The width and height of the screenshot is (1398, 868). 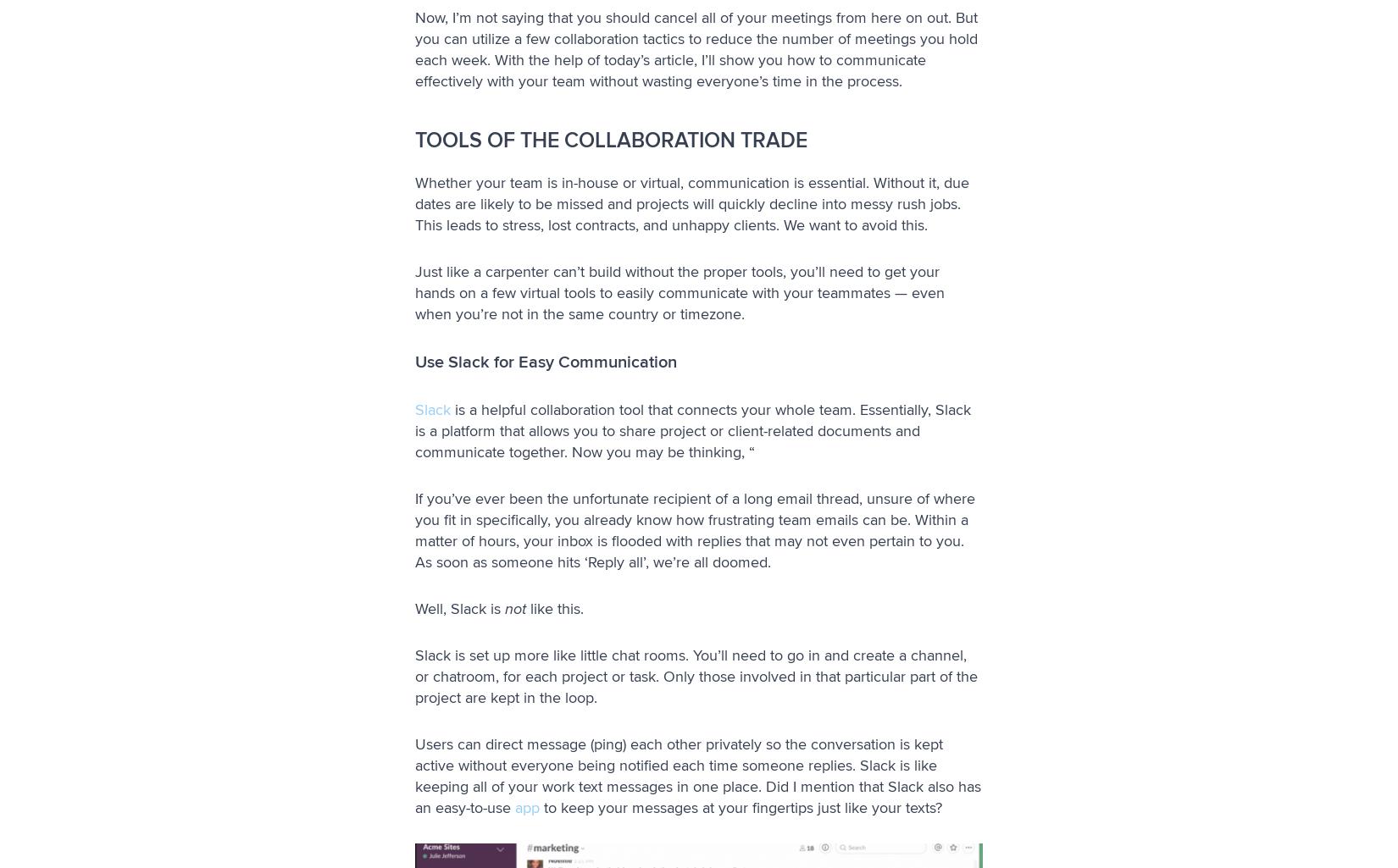 What do you see at coordinates (691, 202) in the screenshot?
I see `'Whether your team is in-house or virtual, communication is essential. Without it, due dates are likely to be missed and projects will quickly decline into messy rush jobs. This leads to stress, lost contracts, and unhappy clients. We want to avoid this.'` at bounding box center [691, 202].